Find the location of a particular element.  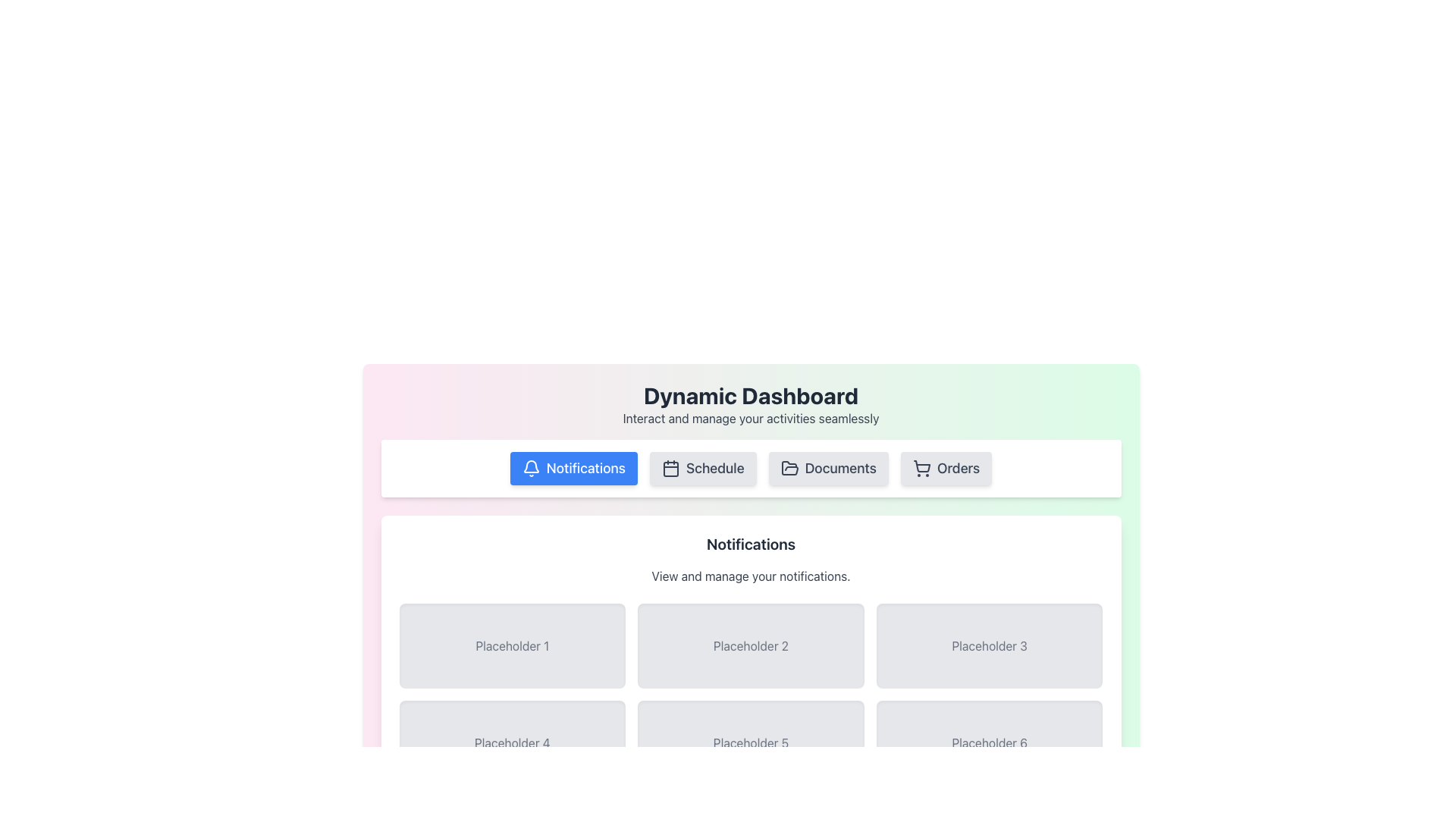

the text label indicating the purpose of the 'Notifications' button in the horizontal menu bar below the 'Dynamic Dashboard' header is located at coordinates (585, 467).